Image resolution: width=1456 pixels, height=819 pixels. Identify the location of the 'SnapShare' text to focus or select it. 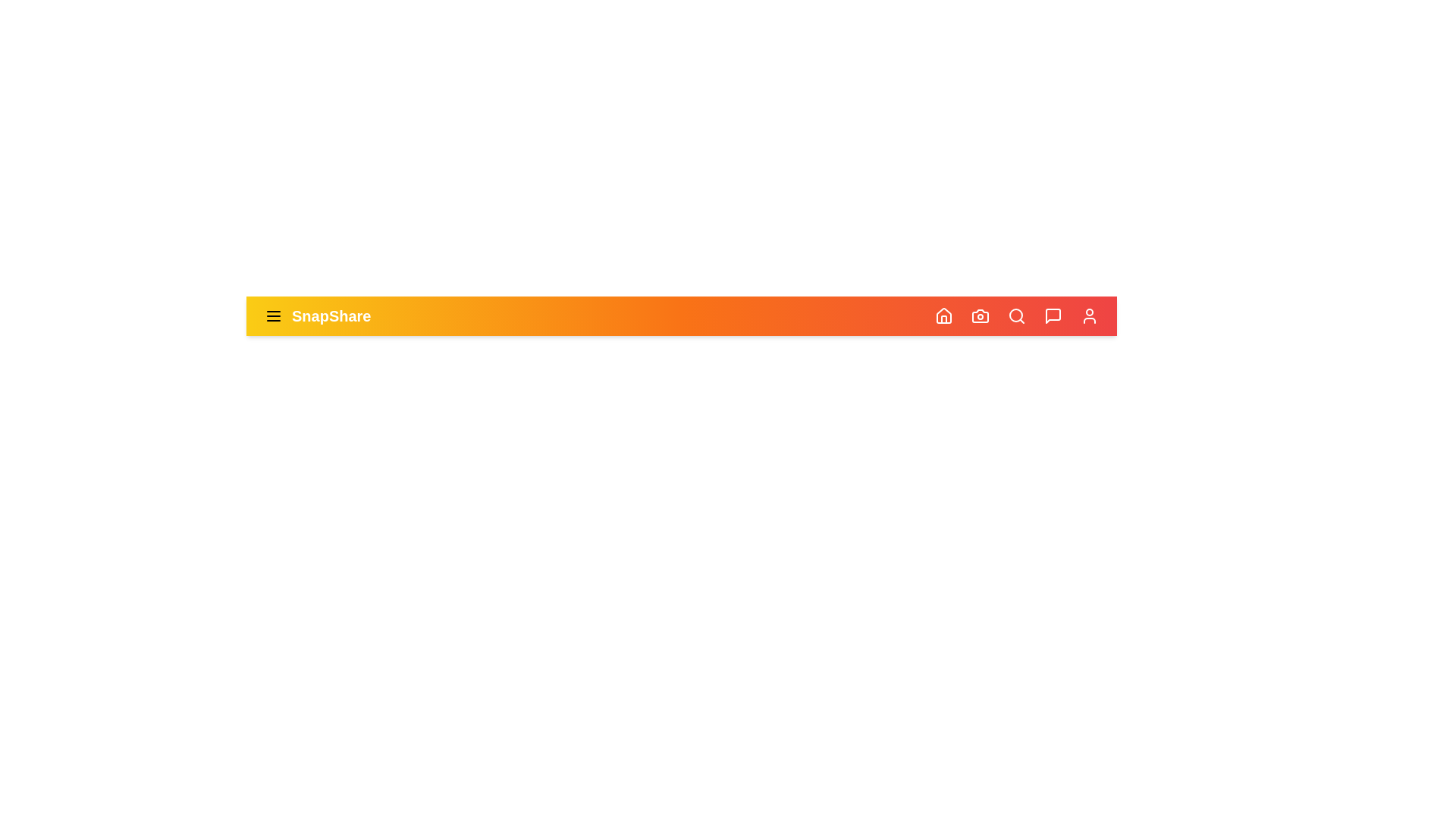
(330, 315).